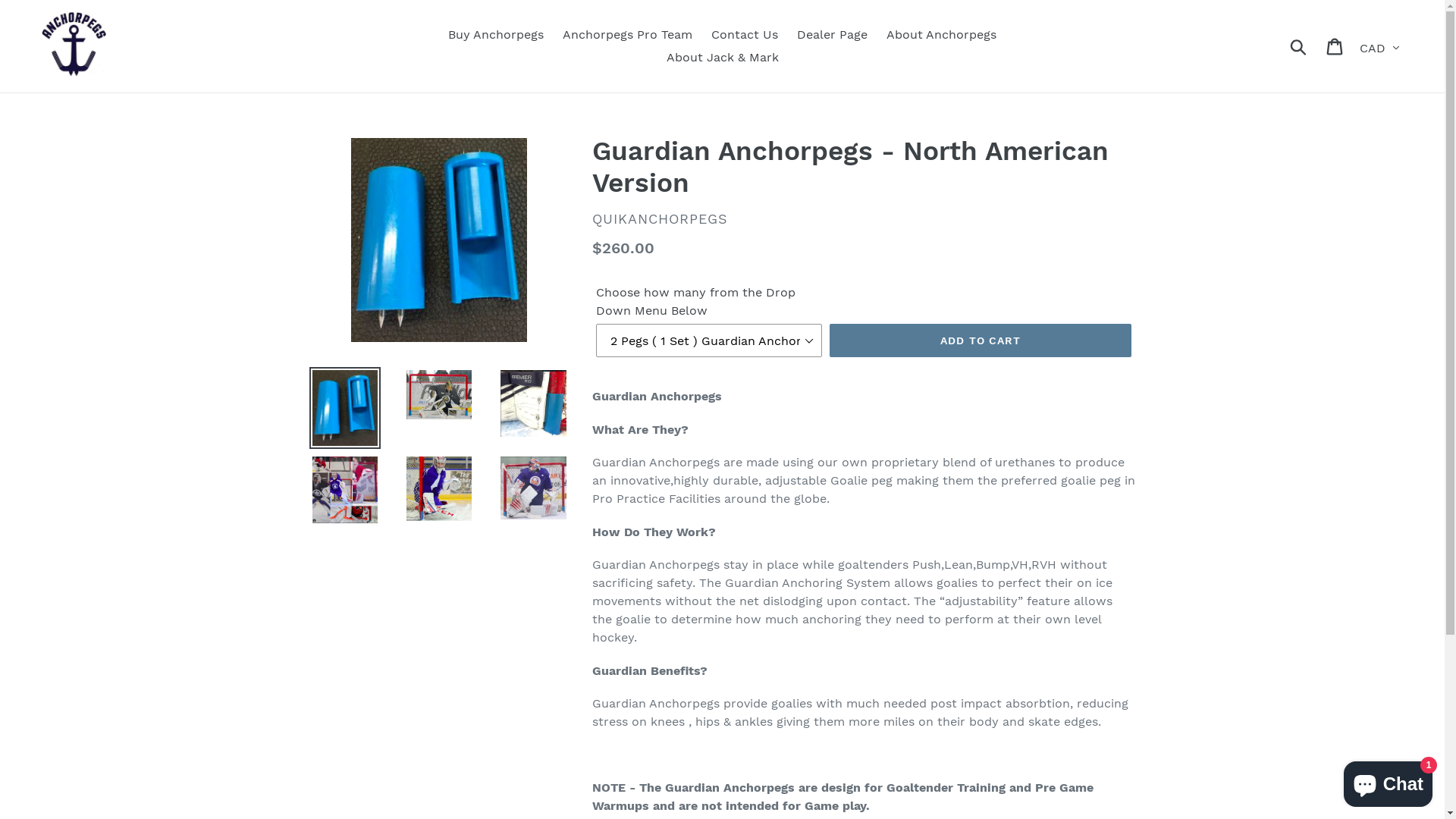 This screenshot has height=819, width=1456. Describe the element at coordinates (1316, 45) in the screenshot. I see `'Cart'` at that location.